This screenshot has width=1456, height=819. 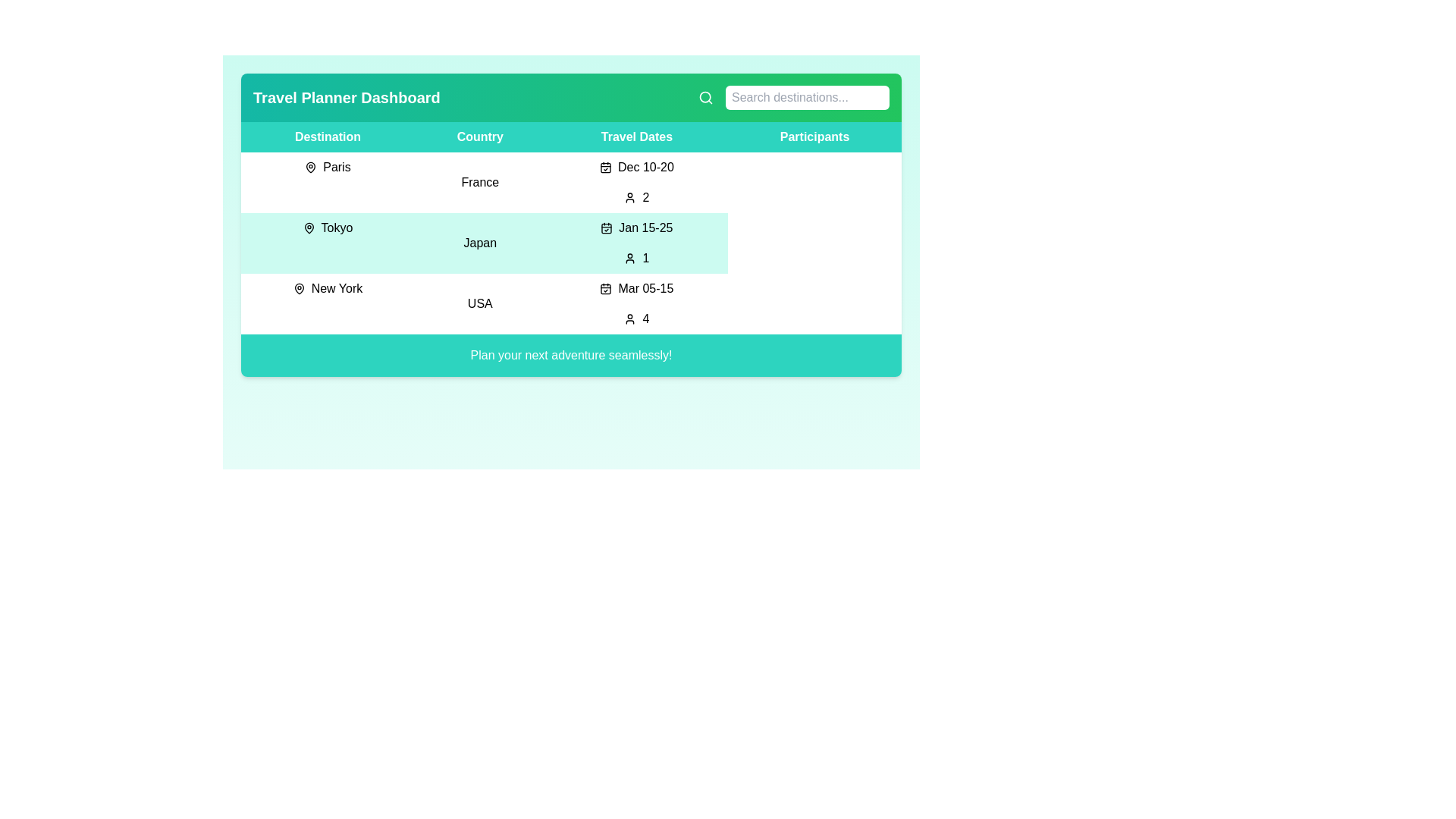 I want to click on the text display showing the date range 'Mar 05-15' with a calendar icon in the 'Travel Dates' column, specifically in the third row for 'New York, USA', so click(x=637, y=289).